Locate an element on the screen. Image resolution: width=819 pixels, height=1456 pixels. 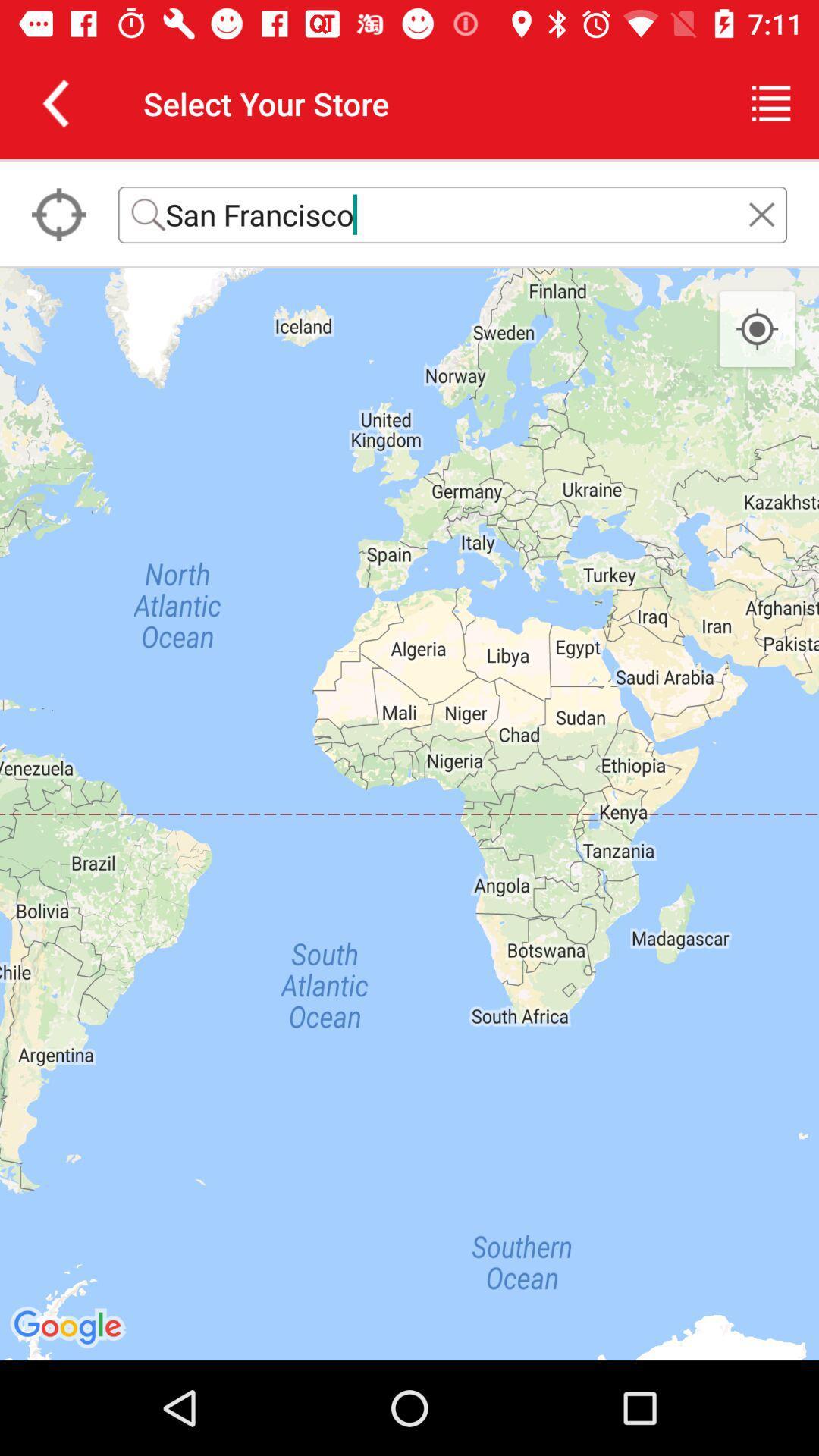
the close icon is located at coordinates (761, 214).